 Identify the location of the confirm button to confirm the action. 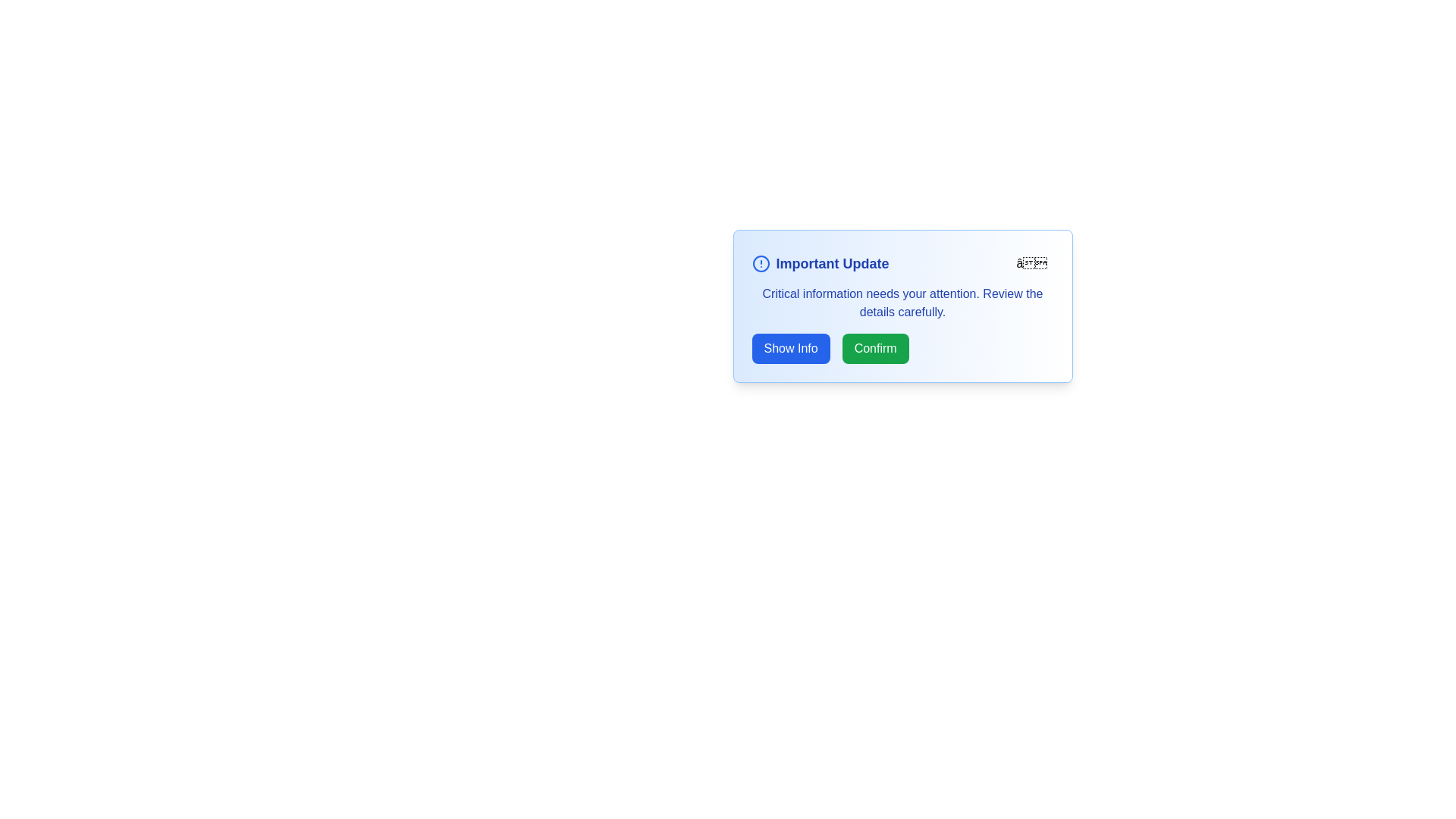
(875, 348).